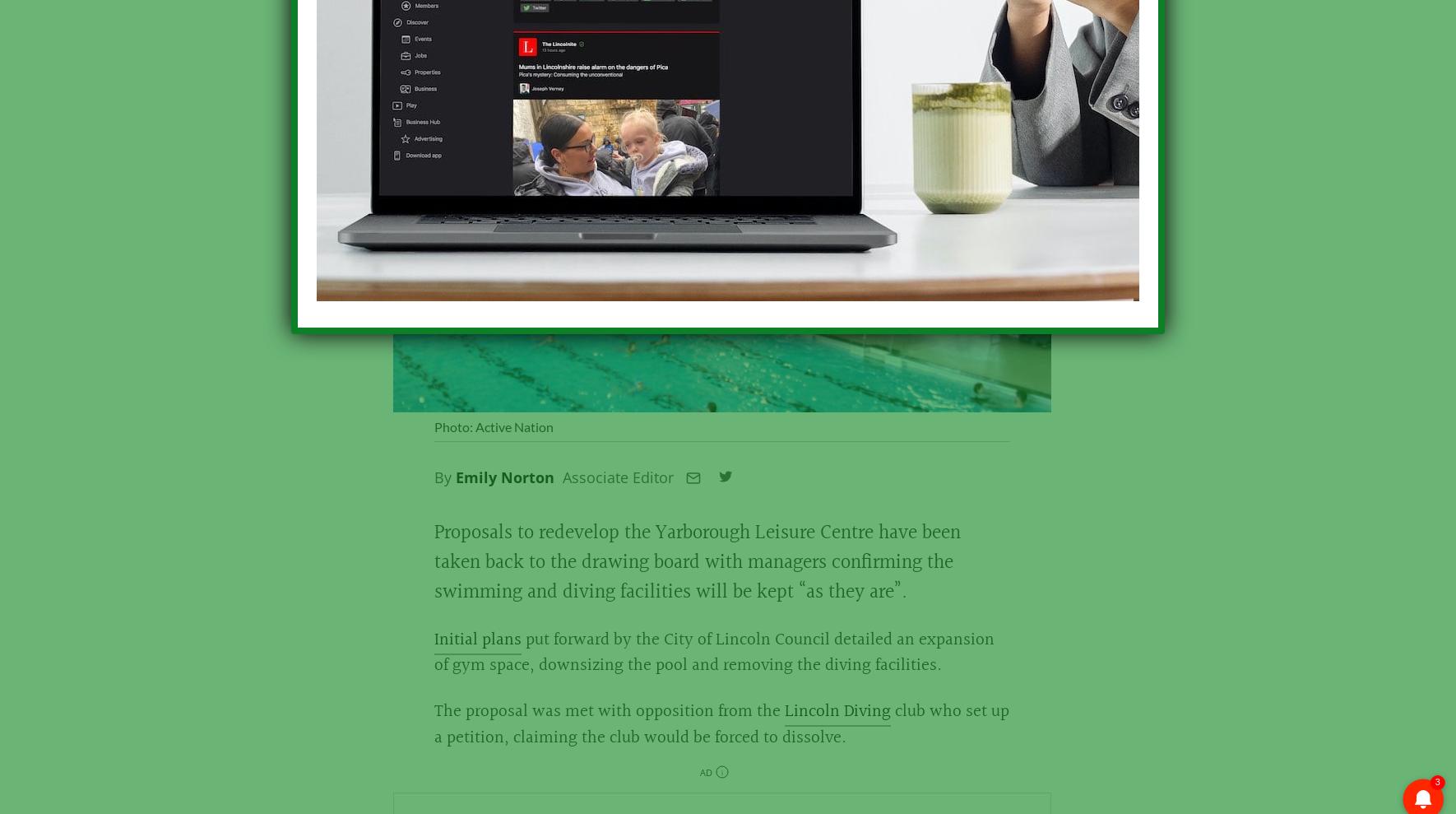  I want to click on 'club who set up a petition, claiming the club would be forced to dissolve.', so click(433, 733).